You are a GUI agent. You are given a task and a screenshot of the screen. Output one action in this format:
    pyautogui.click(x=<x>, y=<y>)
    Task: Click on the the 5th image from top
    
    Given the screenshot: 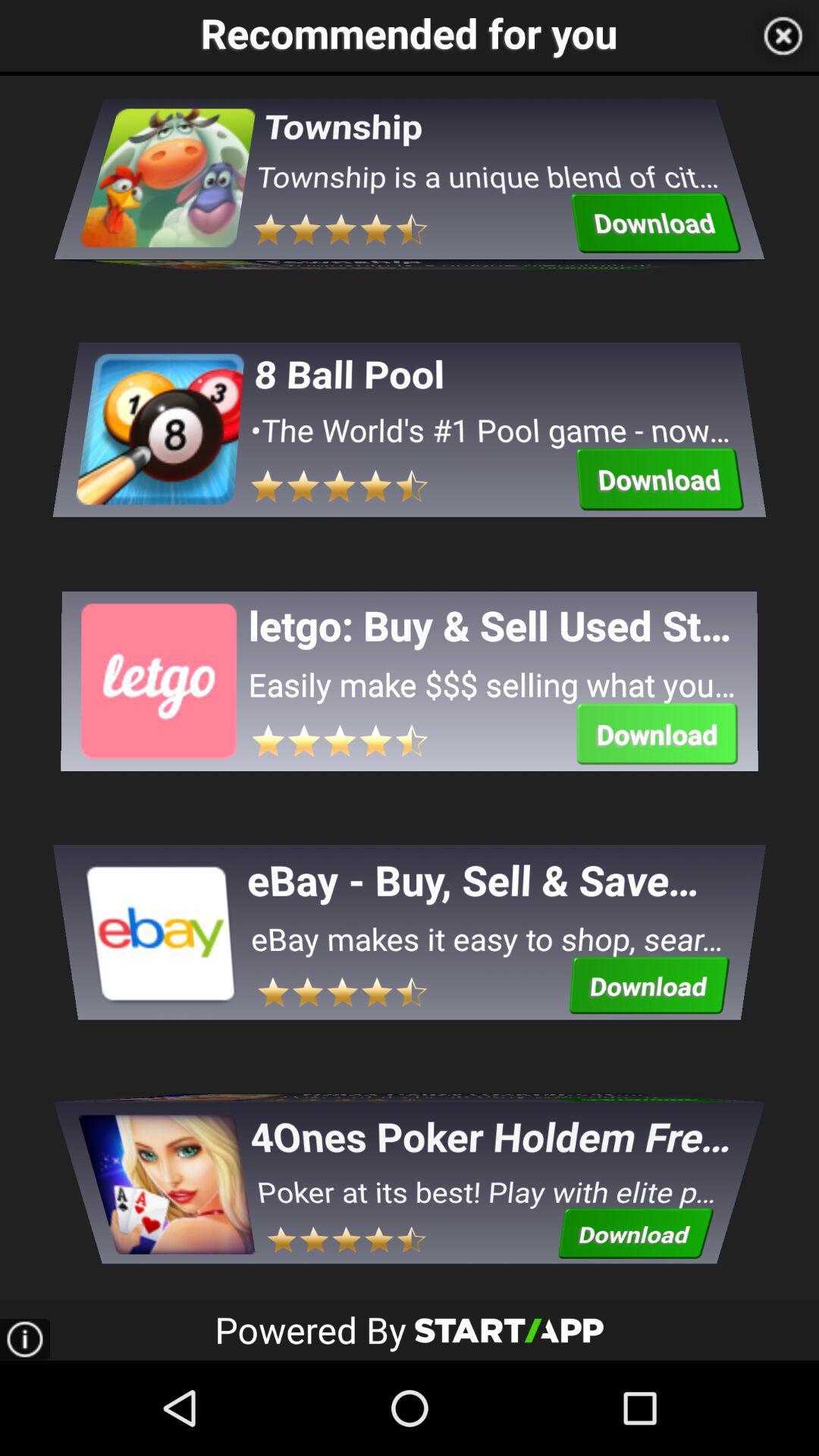 What is the action you would take?
    pyautogui.click(x=165, y=1165)
    